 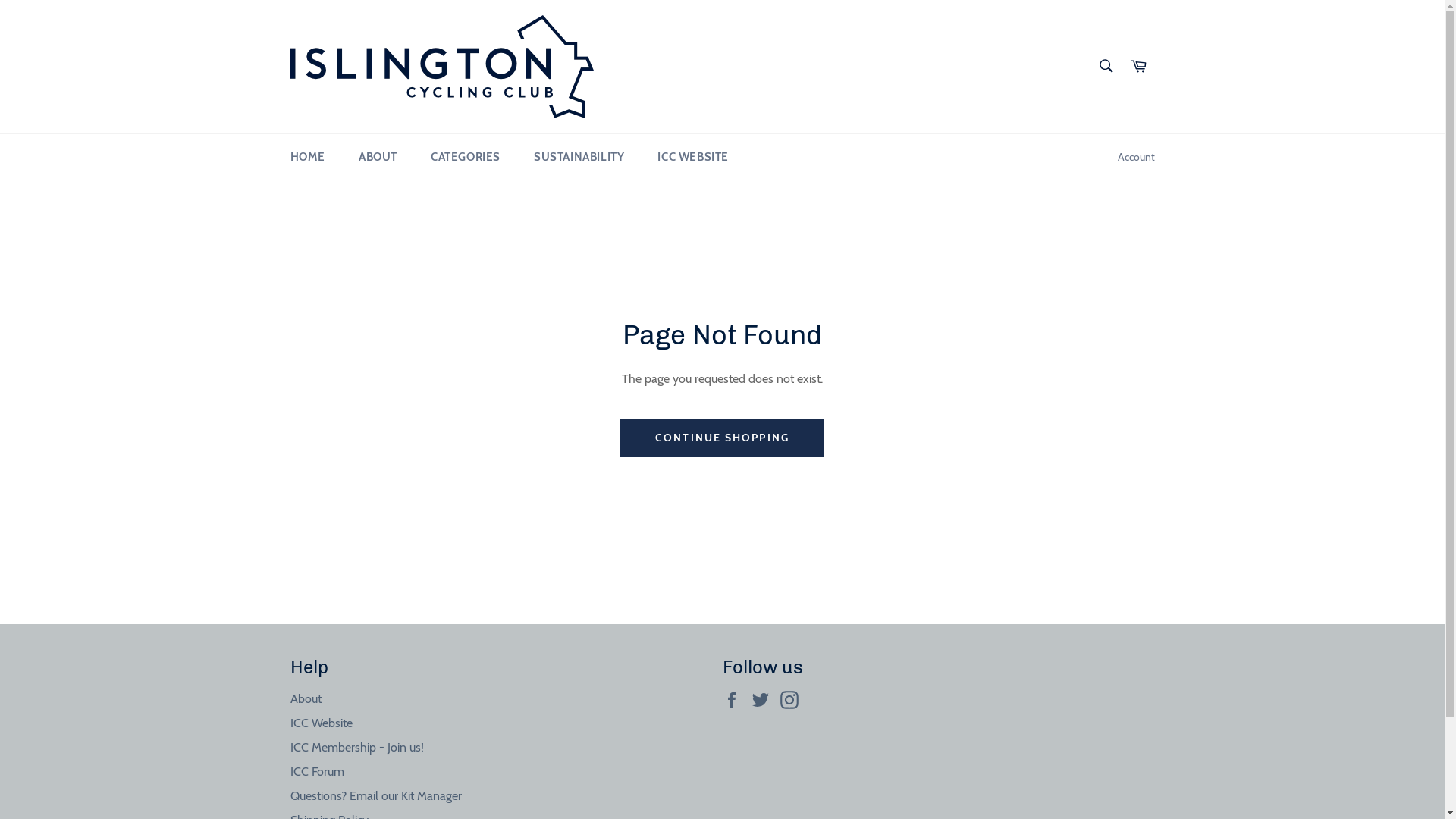 What do you see at coordinates (779, 699) in the screenshot?
I see `'Instagram'` at bounding box center [779, 699].